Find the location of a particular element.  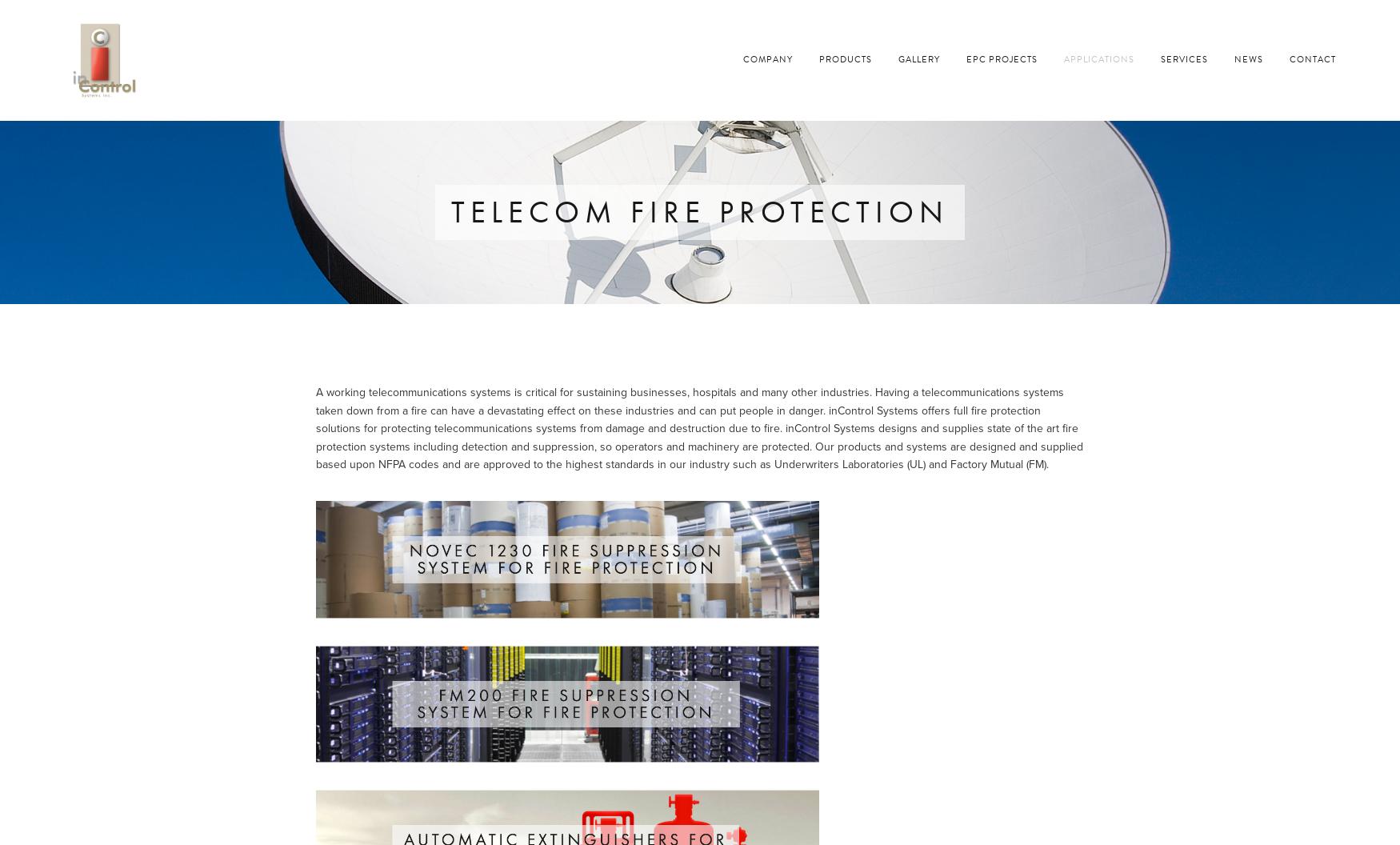

'Products' is located at coordinates (845, 58).